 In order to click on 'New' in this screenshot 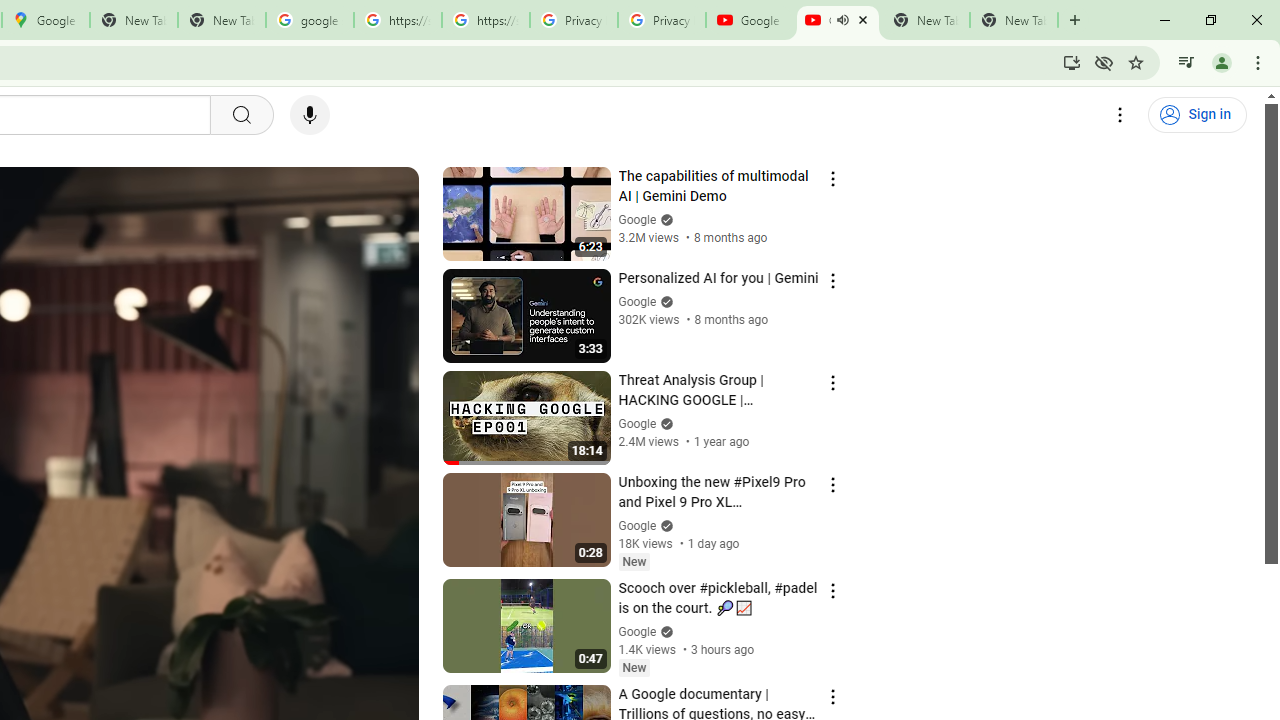, I will do `click(633, 667)`.